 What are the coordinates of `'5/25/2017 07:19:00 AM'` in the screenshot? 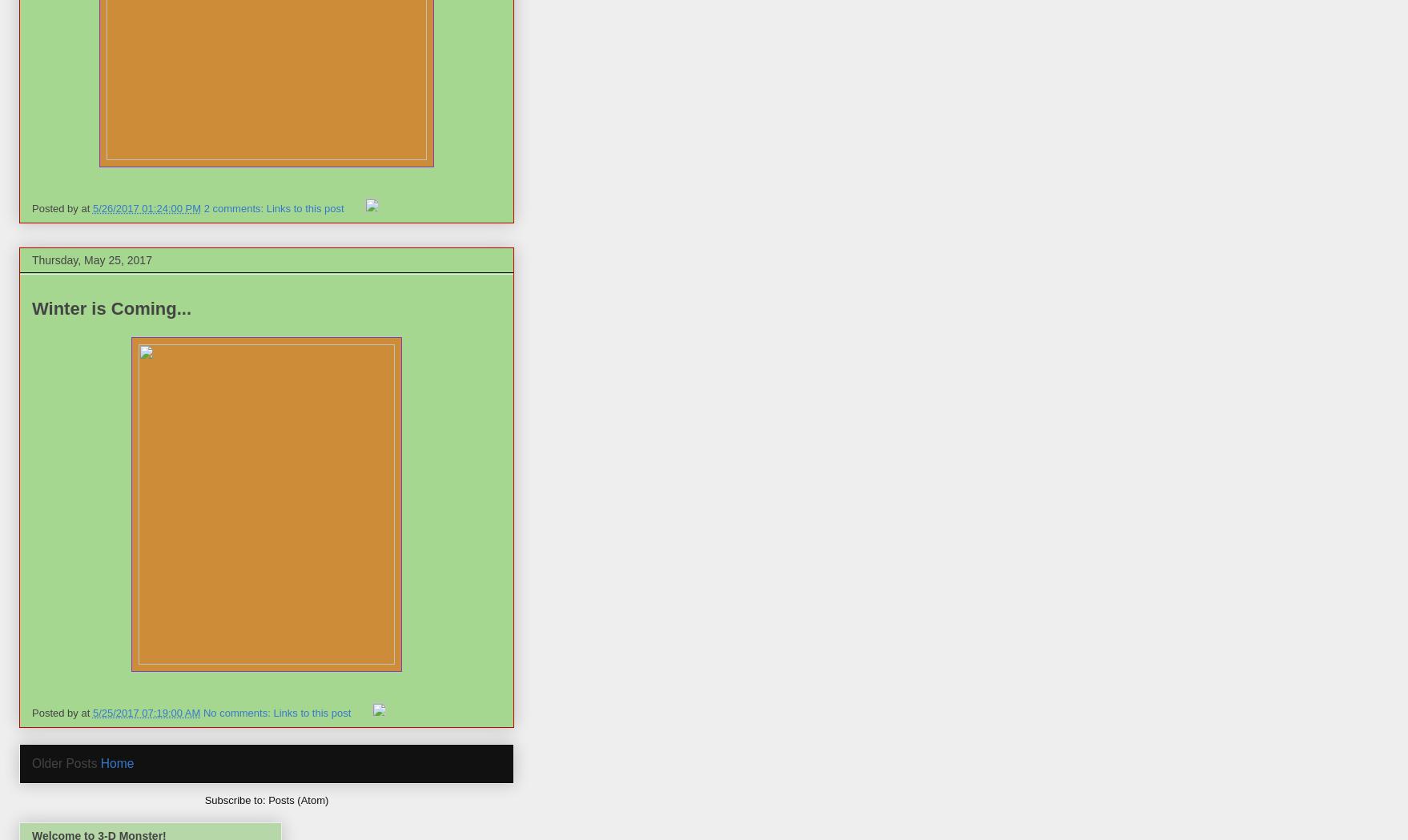 It's located at (145, 711).